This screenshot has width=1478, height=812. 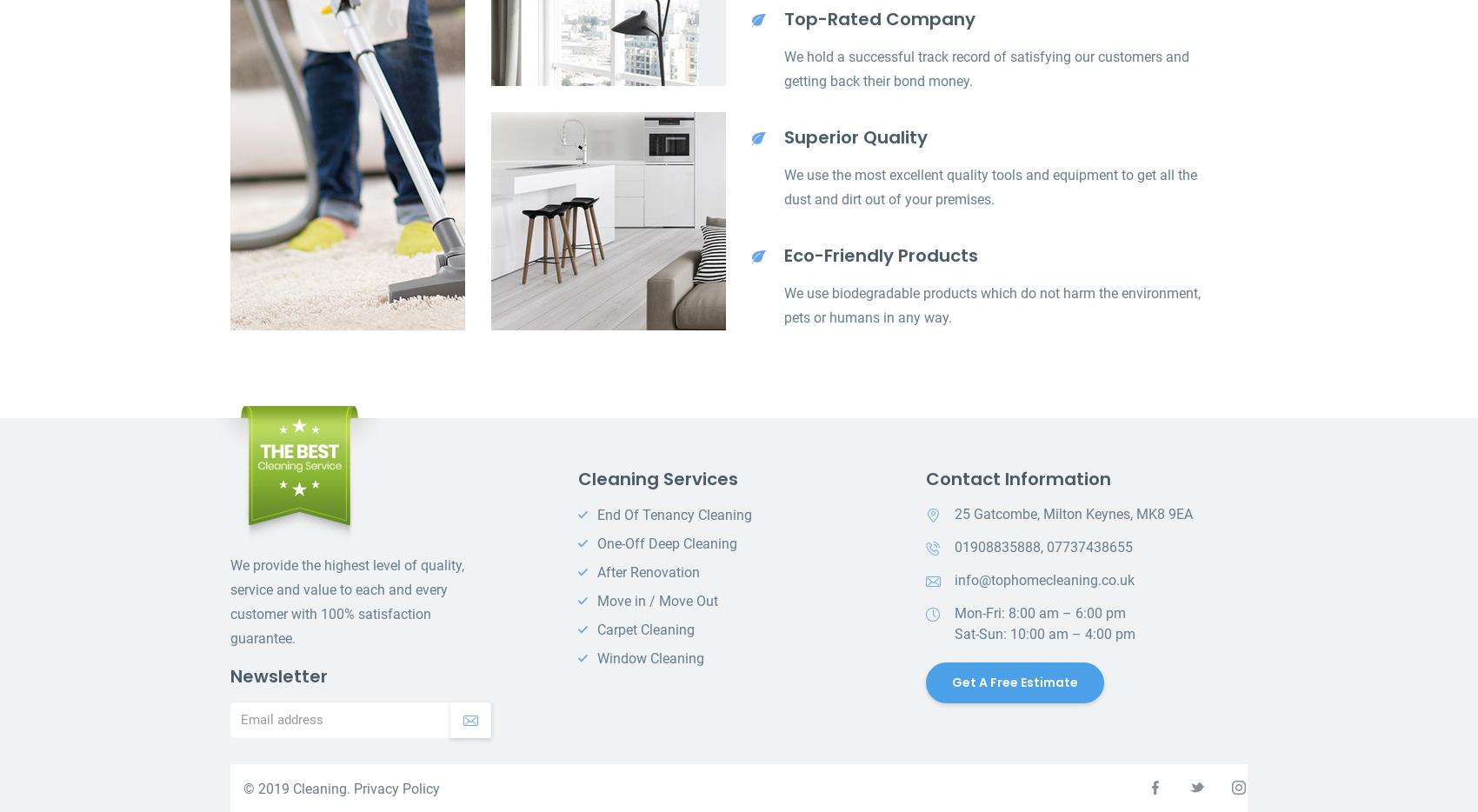 What do you see at coordinates (879, 18) in the screenshot?
I see `'Top-Rated Company'` at bounding box center [879, 18].